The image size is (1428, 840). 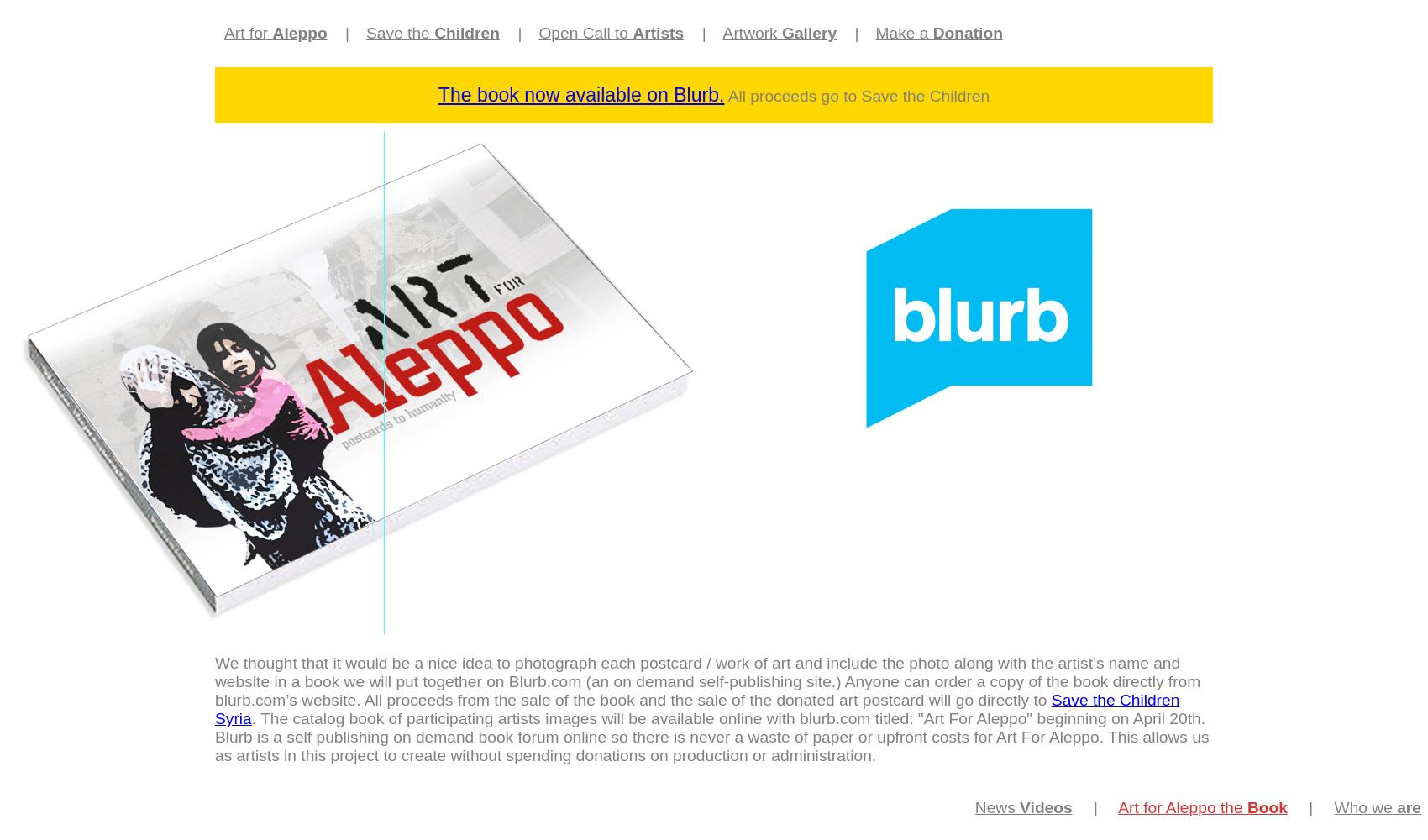 What do you see at coordinates (1245, 806) in the screenshot?
I see `'Book'` at bounding box center [1245, 806].